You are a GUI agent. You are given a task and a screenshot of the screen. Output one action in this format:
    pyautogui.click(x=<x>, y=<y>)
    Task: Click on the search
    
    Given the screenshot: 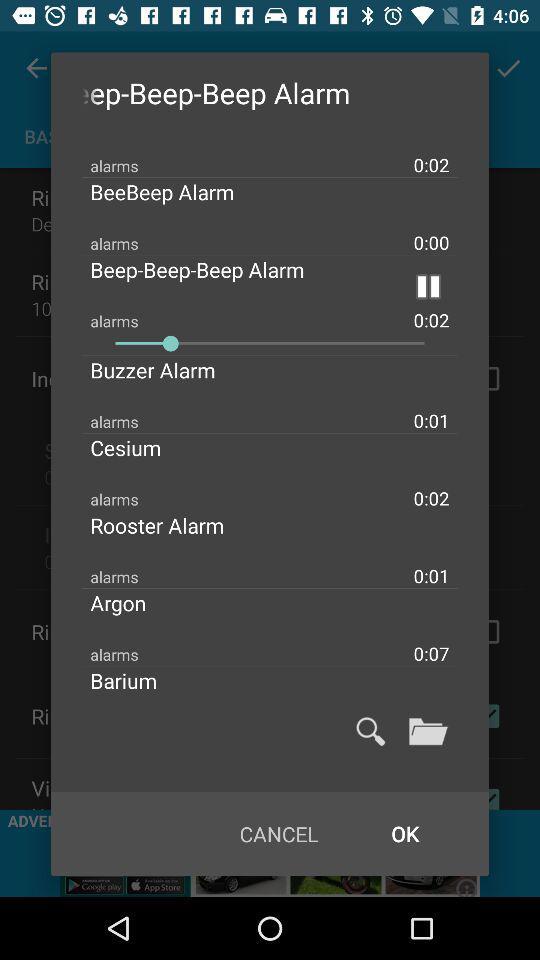 What is the action you would take?
    pyautogui.click(x=369, y=730)
    